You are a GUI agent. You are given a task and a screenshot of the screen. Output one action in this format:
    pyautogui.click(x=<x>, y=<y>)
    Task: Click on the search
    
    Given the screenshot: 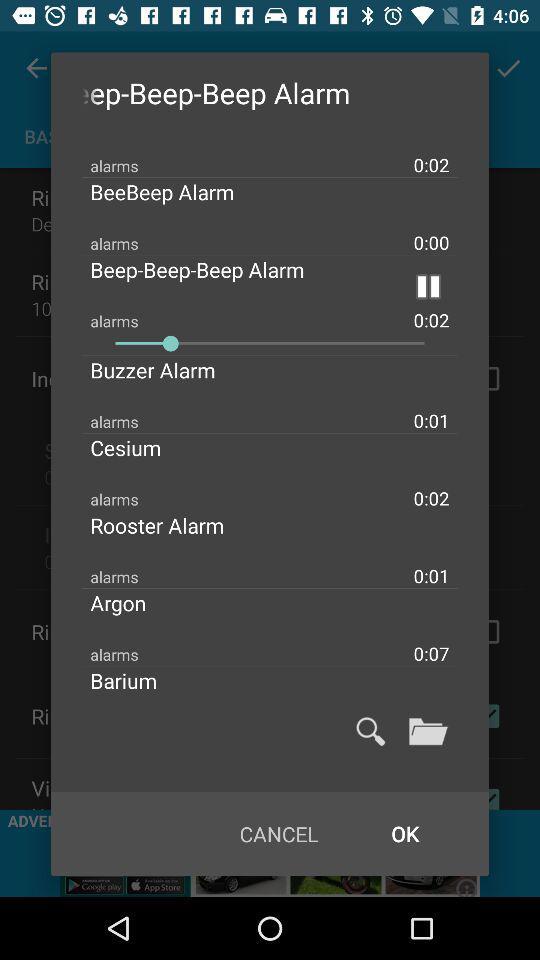 What is the action you would take?
    pyautogui.click(x=369, y=730)
    